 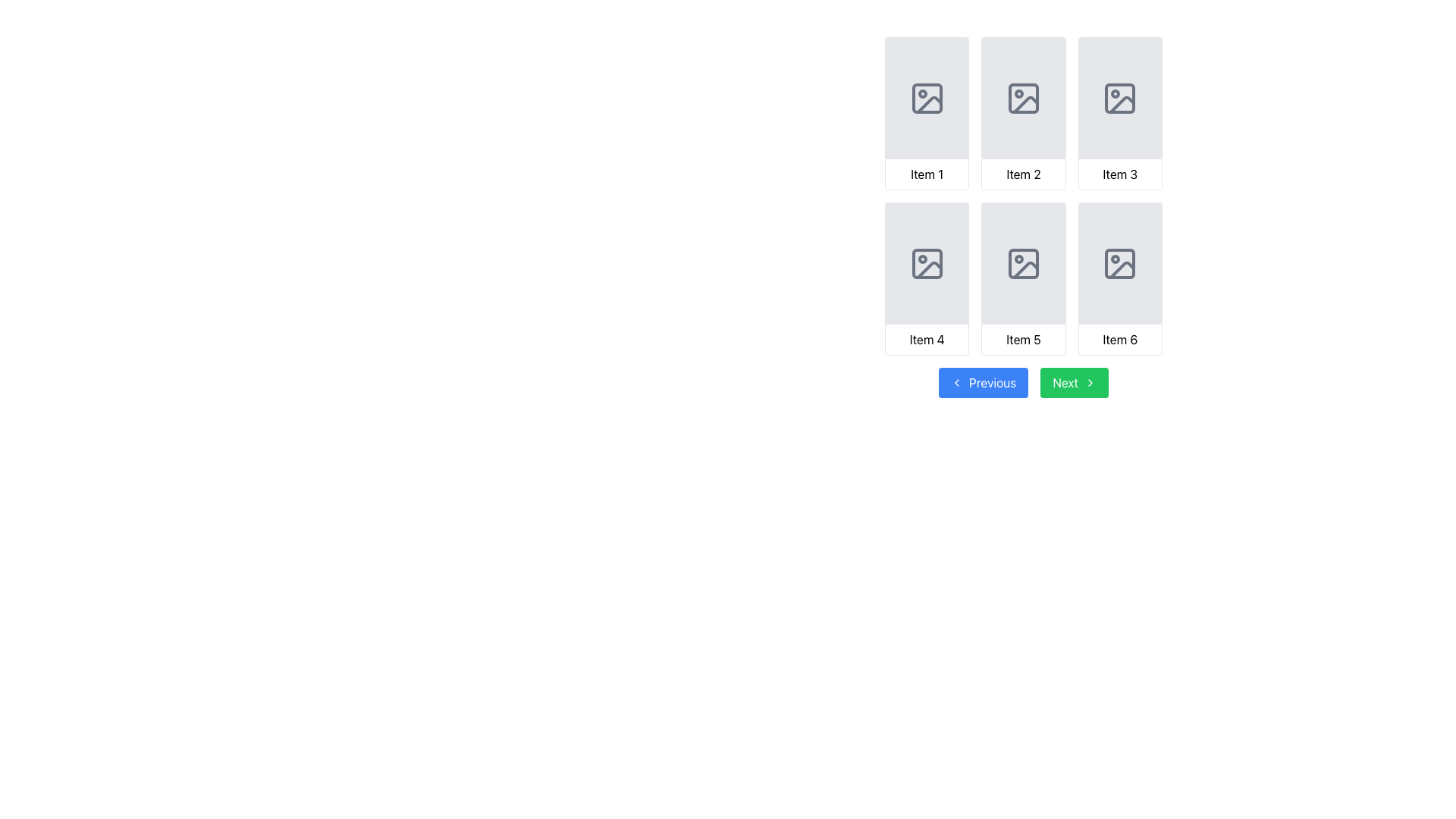 What do you see at coordinates (1120, 338) in the screenshot?
I see `the label or caption element located in the bottom row of a grid layout, specifically in the sixth position overall and the rightmost column of its row` at bounding box center [1120, 338].